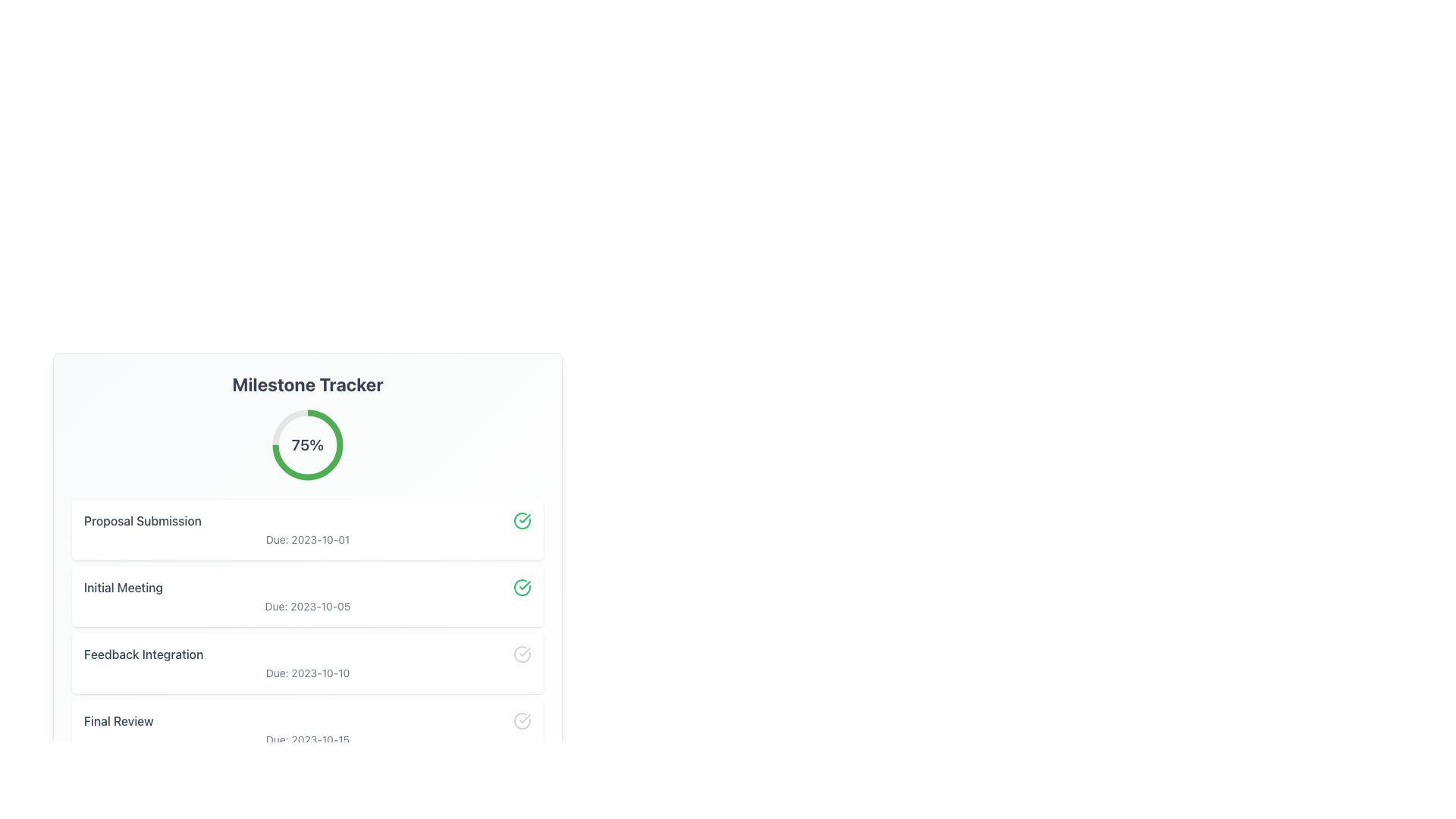 The height and width of the screenshot is (819, 1456). Describe the element at coordinates (522, 654) in the screenshot. I see `the circular progress indicator representing the status of the 'Feedback Integration' milestone located under the 'Milestone Tracker' header` at that location.